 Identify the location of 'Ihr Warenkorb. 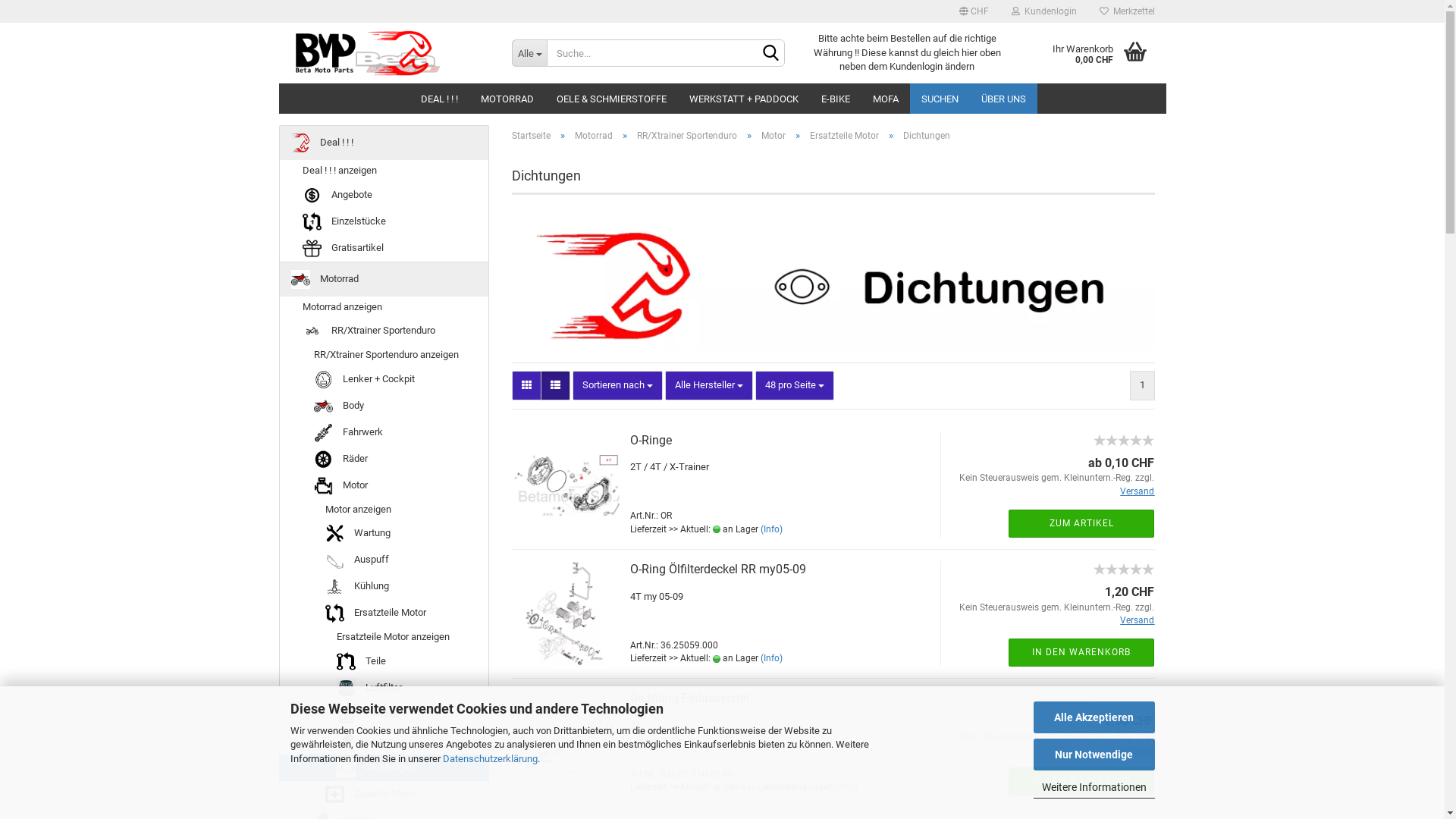
(1018, 52).